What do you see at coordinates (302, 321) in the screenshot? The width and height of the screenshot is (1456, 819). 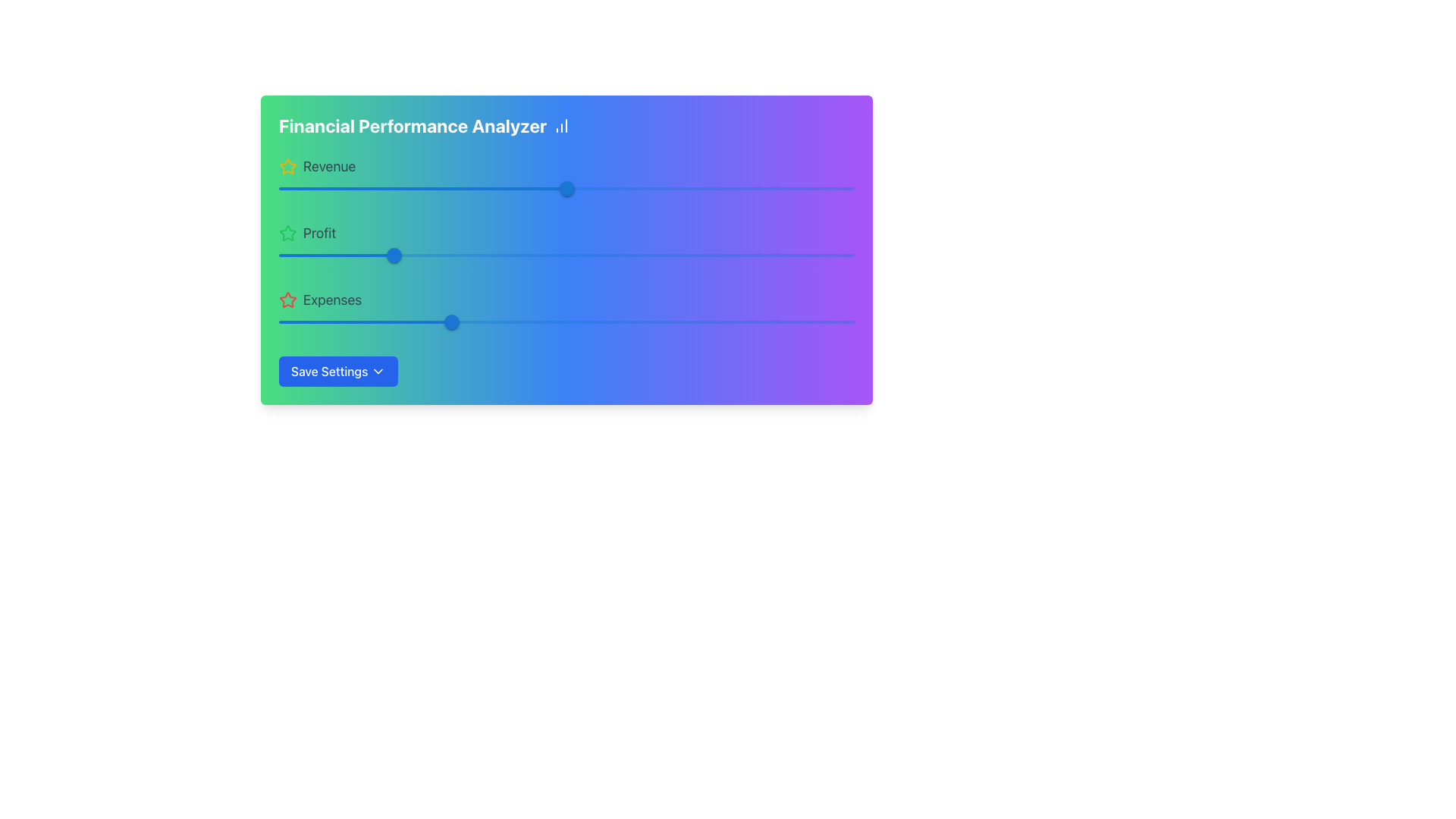 I see `the Expenses slider` at bounding box center [302, 321].